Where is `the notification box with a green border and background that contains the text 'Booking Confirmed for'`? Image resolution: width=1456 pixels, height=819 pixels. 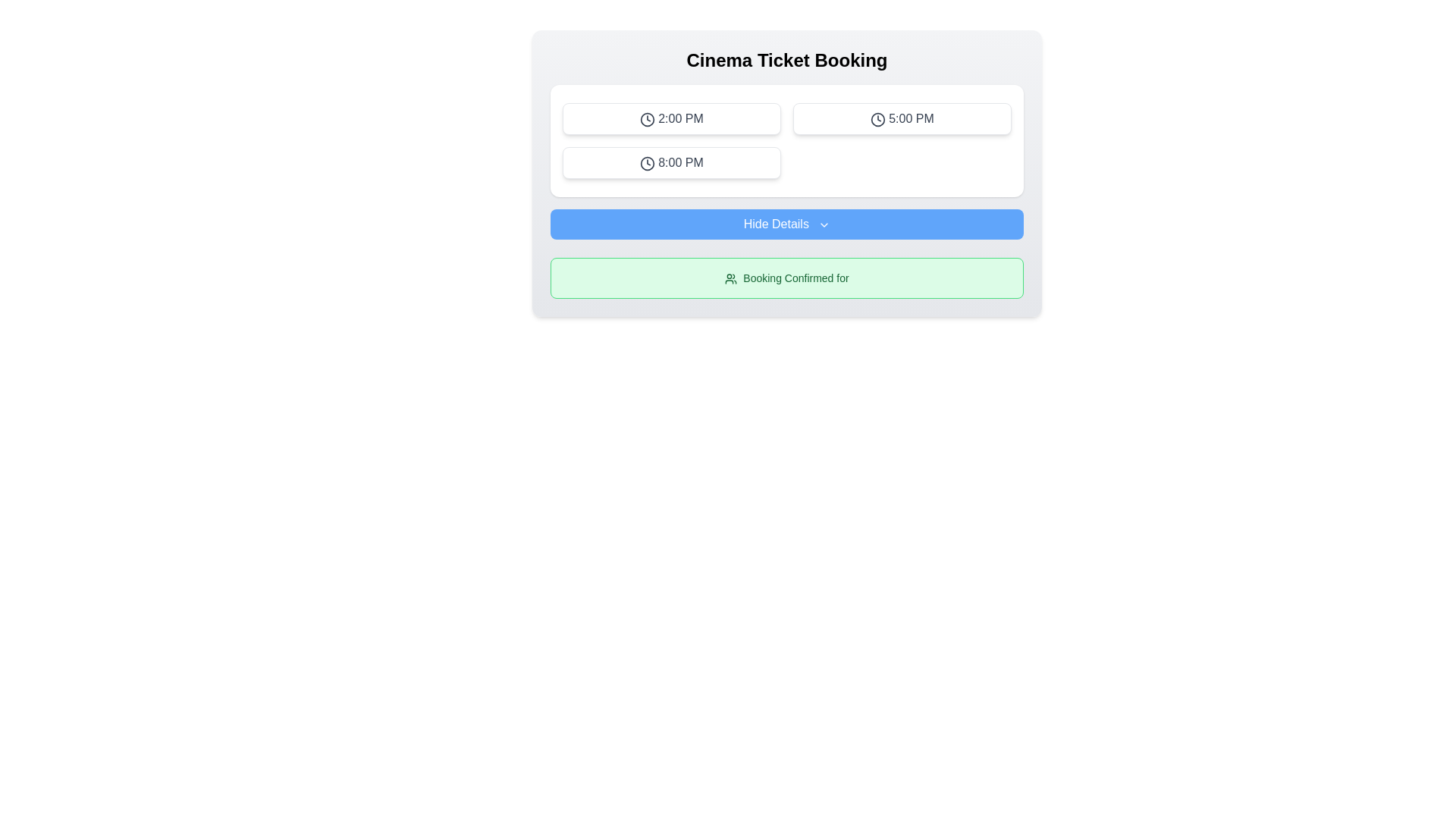
the notification box with a green border and background that contains the text 'Booking Confirmed for' is located at coordinates (786, 278).